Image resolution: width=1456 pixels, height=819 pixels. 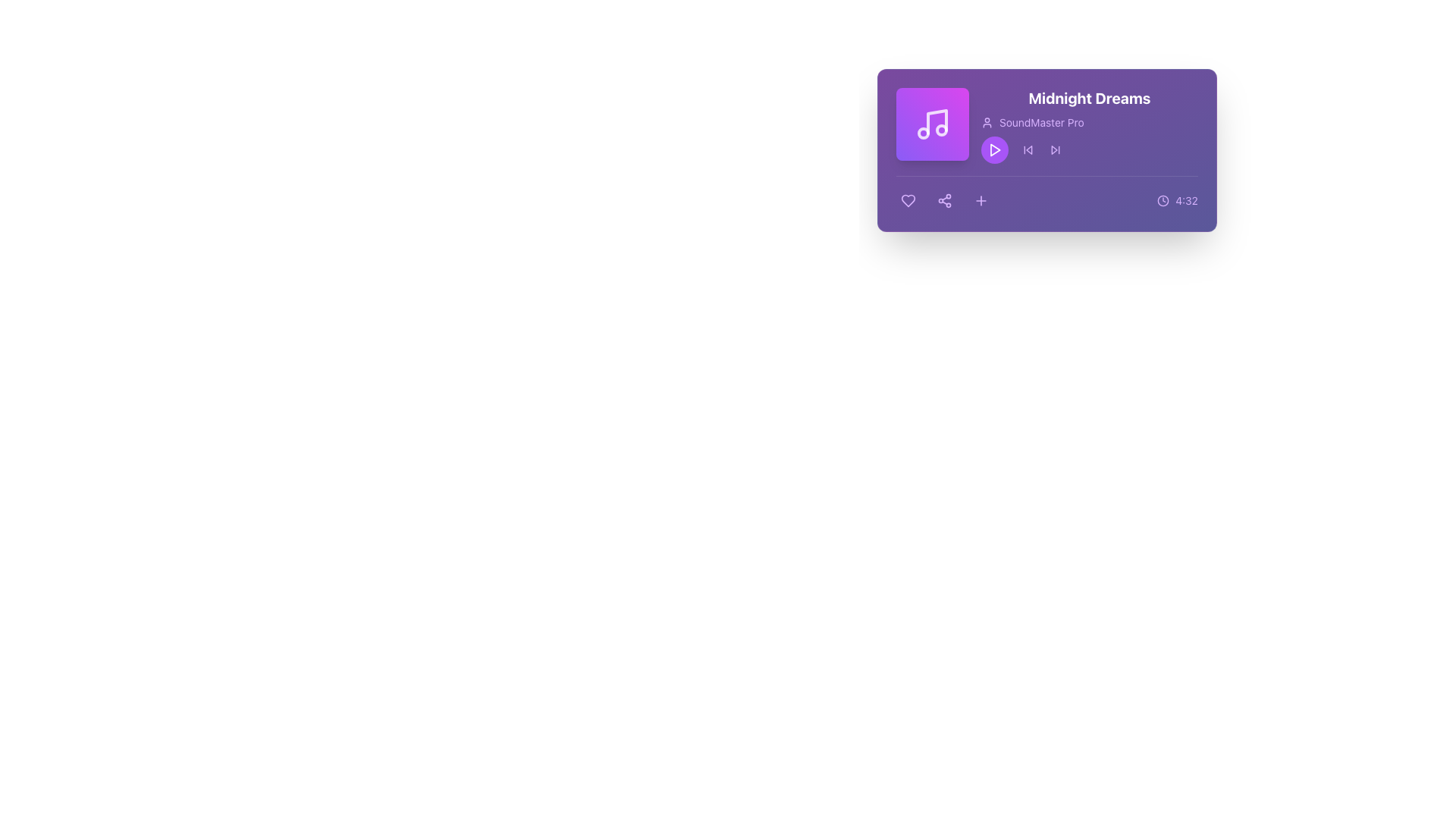 I want to click on the rounded button with a small purple plus icon, so click(x=981, y=200).